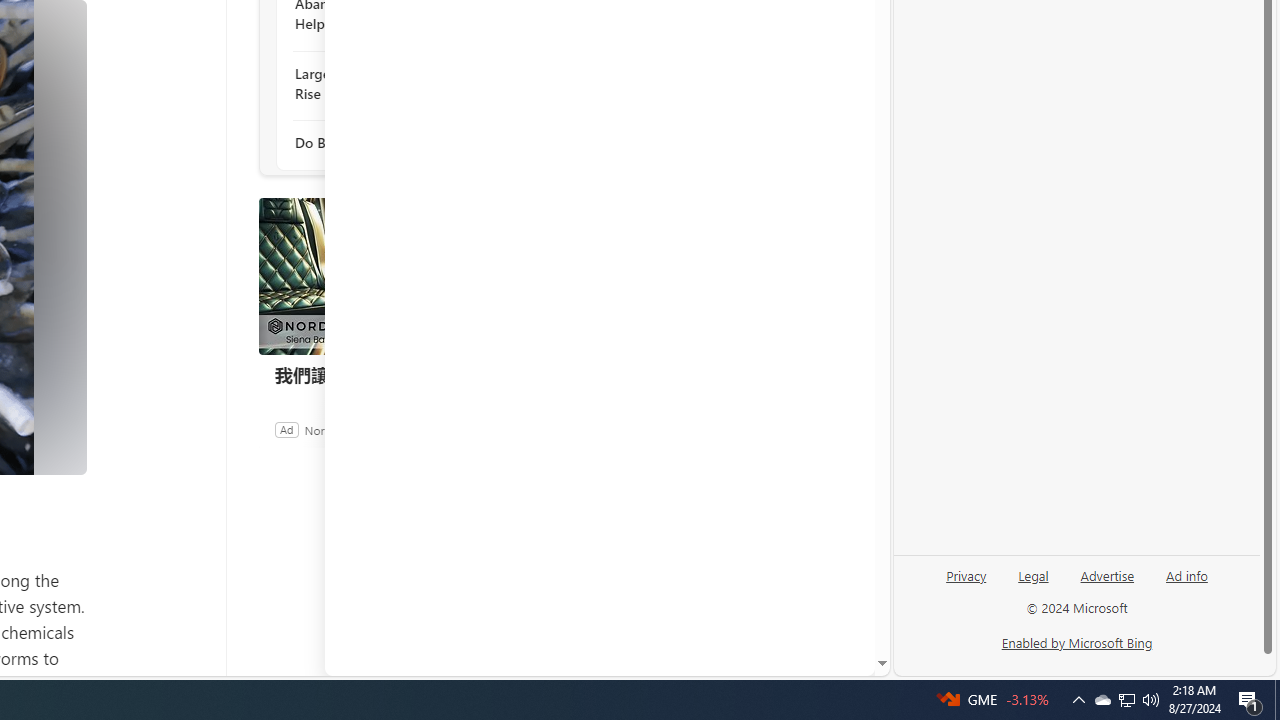 The image size is (1280, 720). What do you see at coordinates (1187, 574) in the screenshot?
I see `'Ad info'` at bounding box center [1187, 574].